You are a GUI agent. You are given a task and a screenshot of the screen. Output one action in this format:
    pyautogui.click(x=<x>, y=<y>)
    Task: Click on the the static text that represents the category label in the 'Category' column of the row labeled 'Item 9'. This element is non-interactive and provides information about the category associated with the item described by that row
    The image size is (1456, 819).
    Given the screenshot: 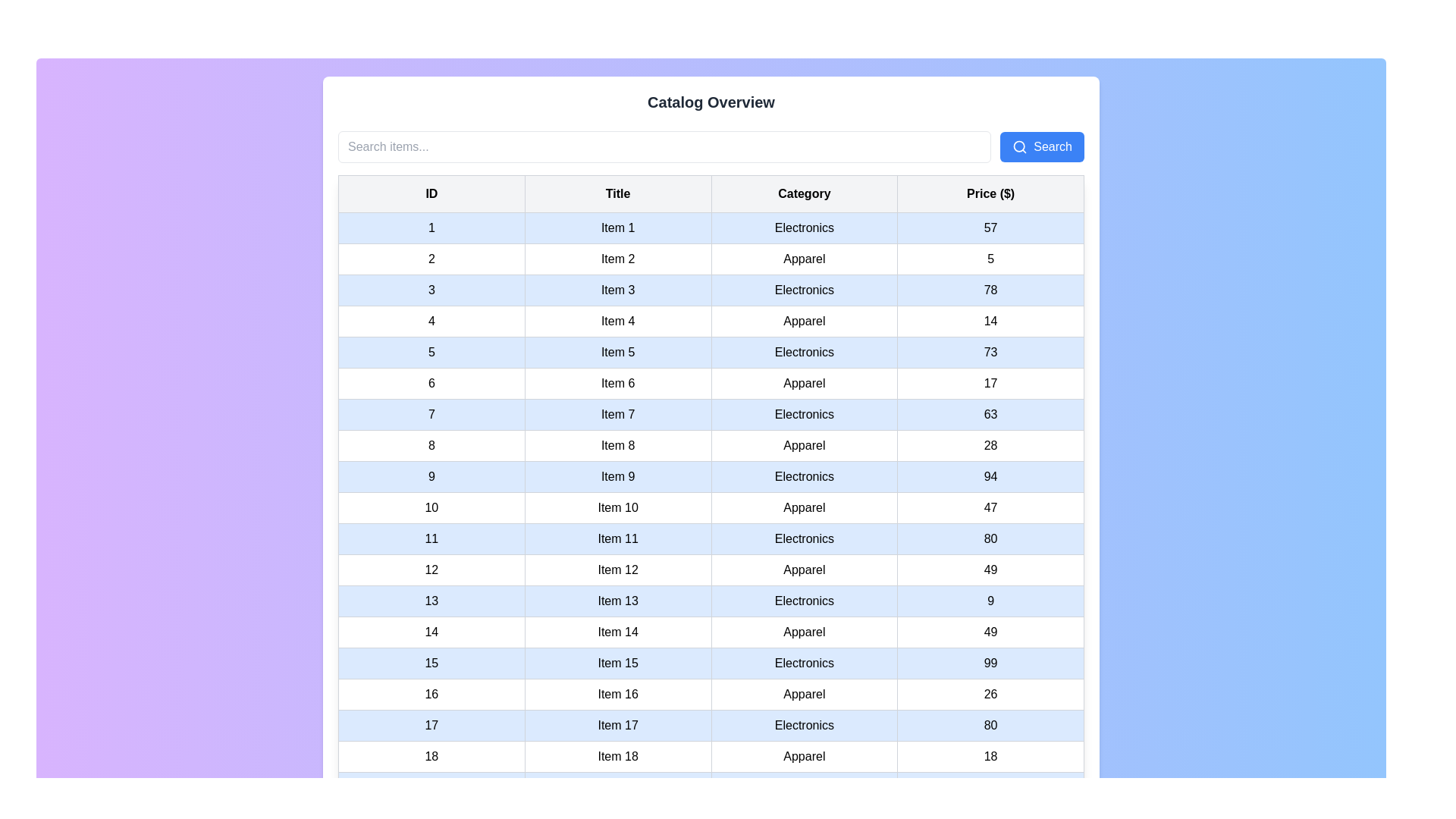 What is the action you would take?
    pyautogui.click(x=803, y=475)
    